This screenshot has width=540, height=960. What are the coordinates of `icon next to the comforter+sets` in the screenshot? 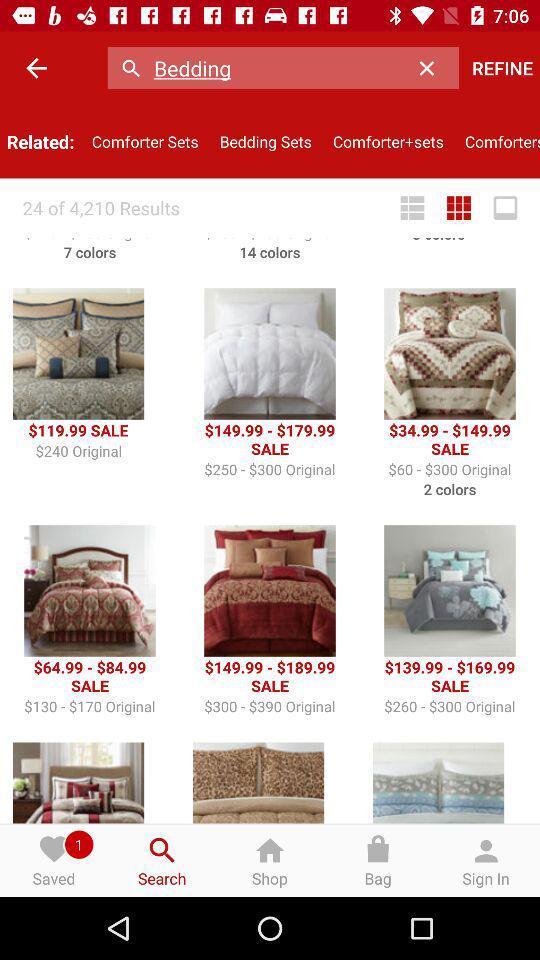 It's located at (496, 140).